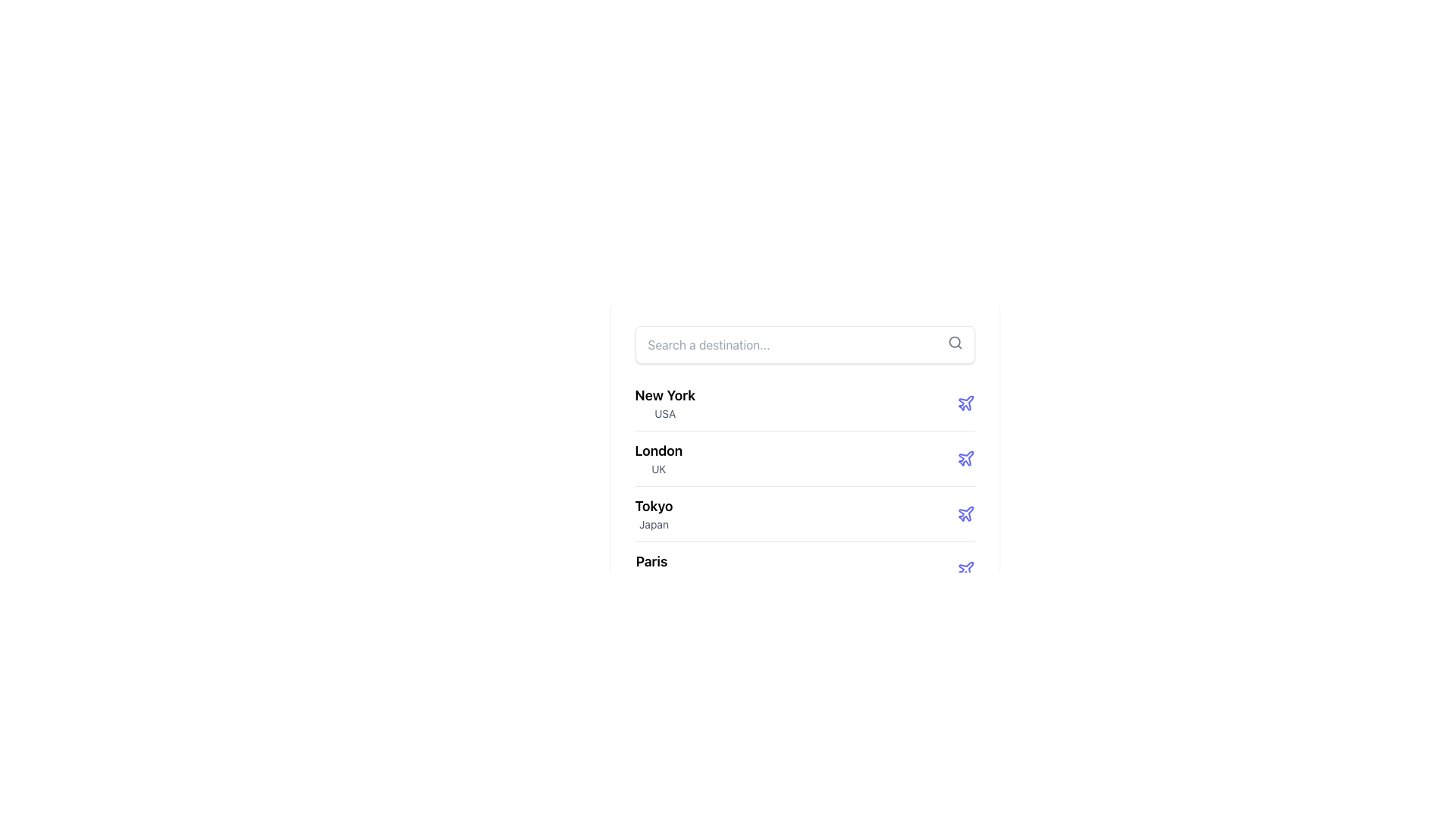  Describe the element at coordinates (804, 457) in the screenshot. I see `the second list item displaying the location 'London, UK'` at that location.